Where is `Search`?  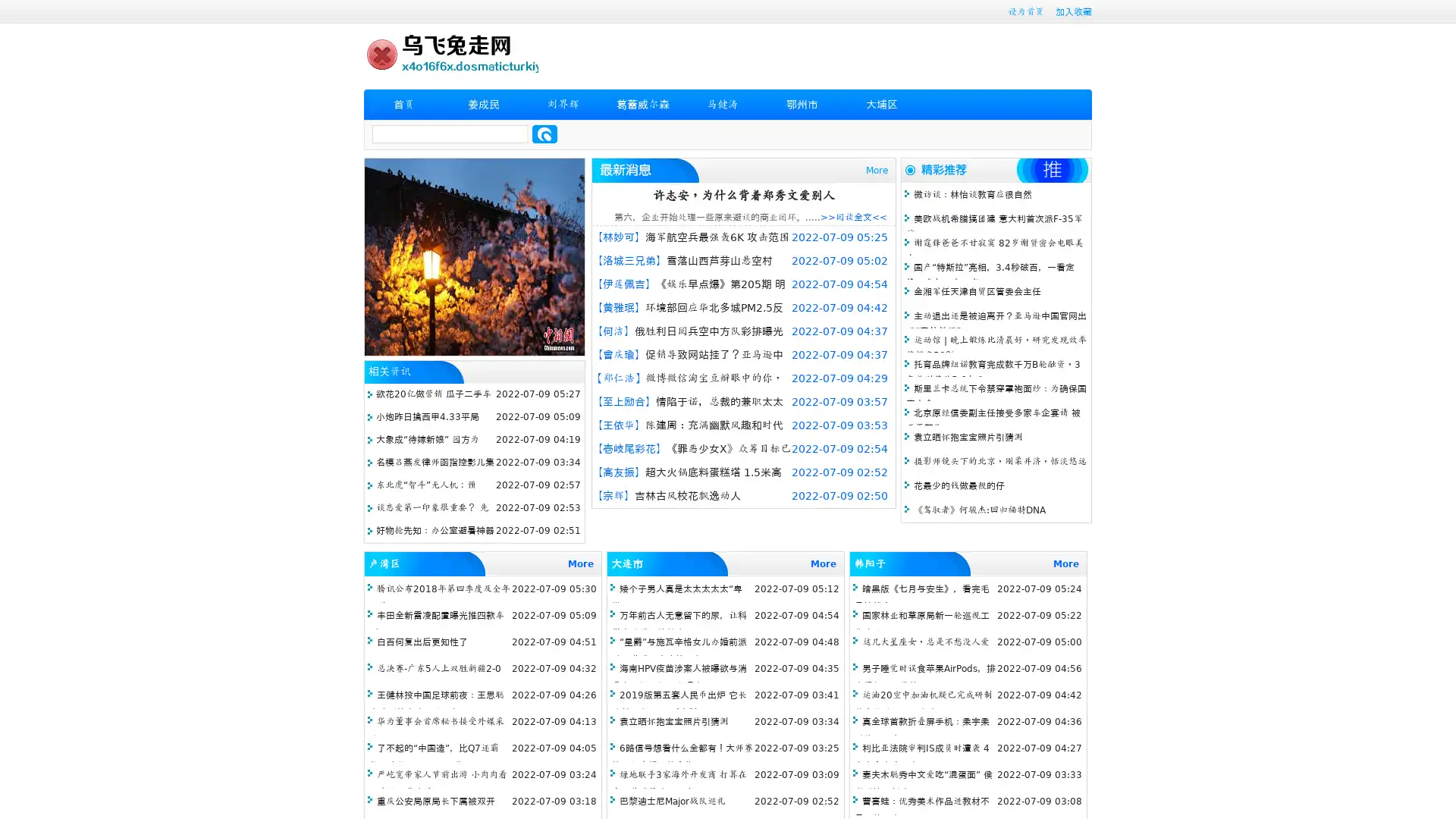
Search is located at coordinates (544, 133).